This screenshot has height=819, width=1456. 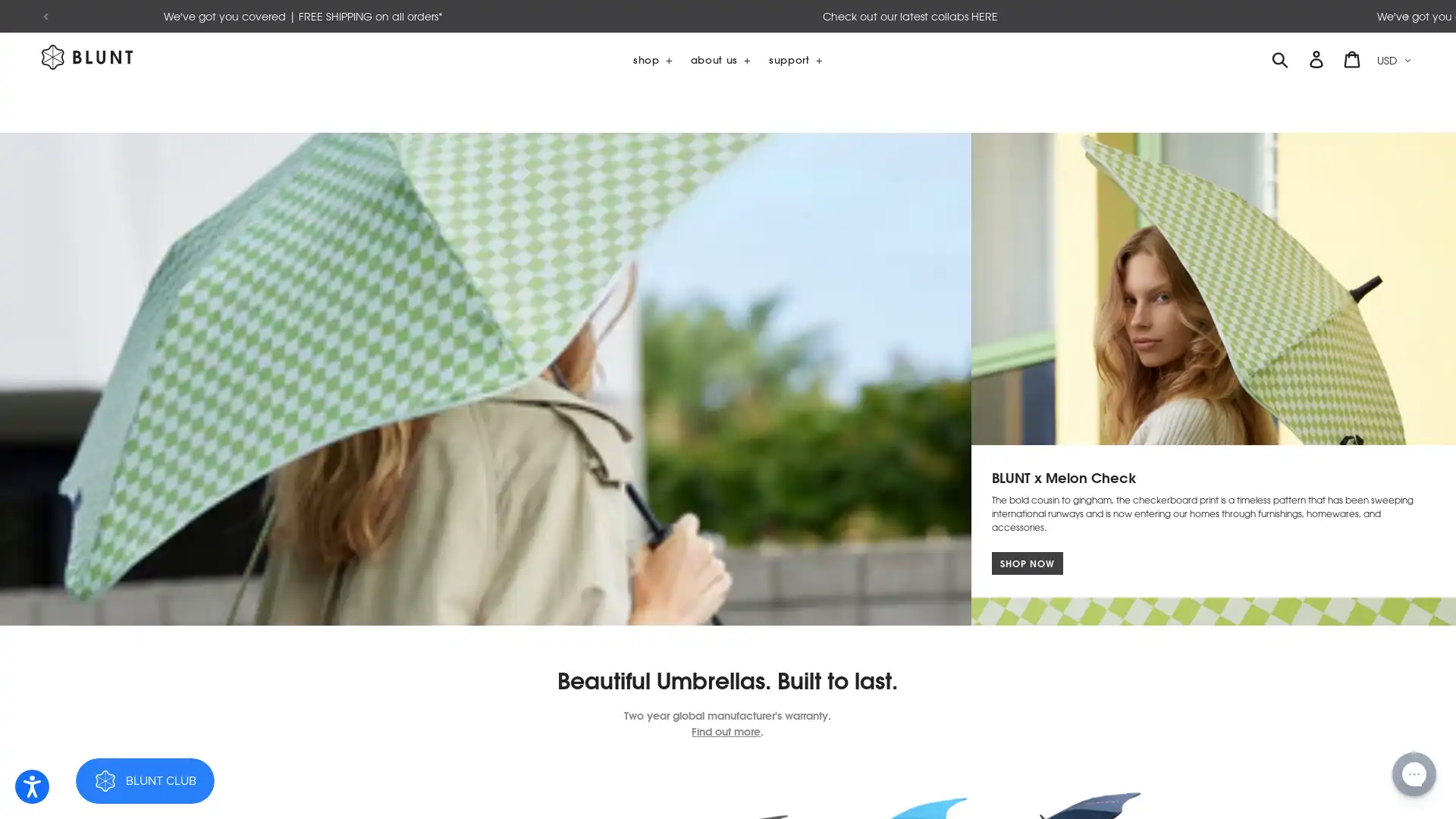 I want to click on support, so click(x=795, y=58).